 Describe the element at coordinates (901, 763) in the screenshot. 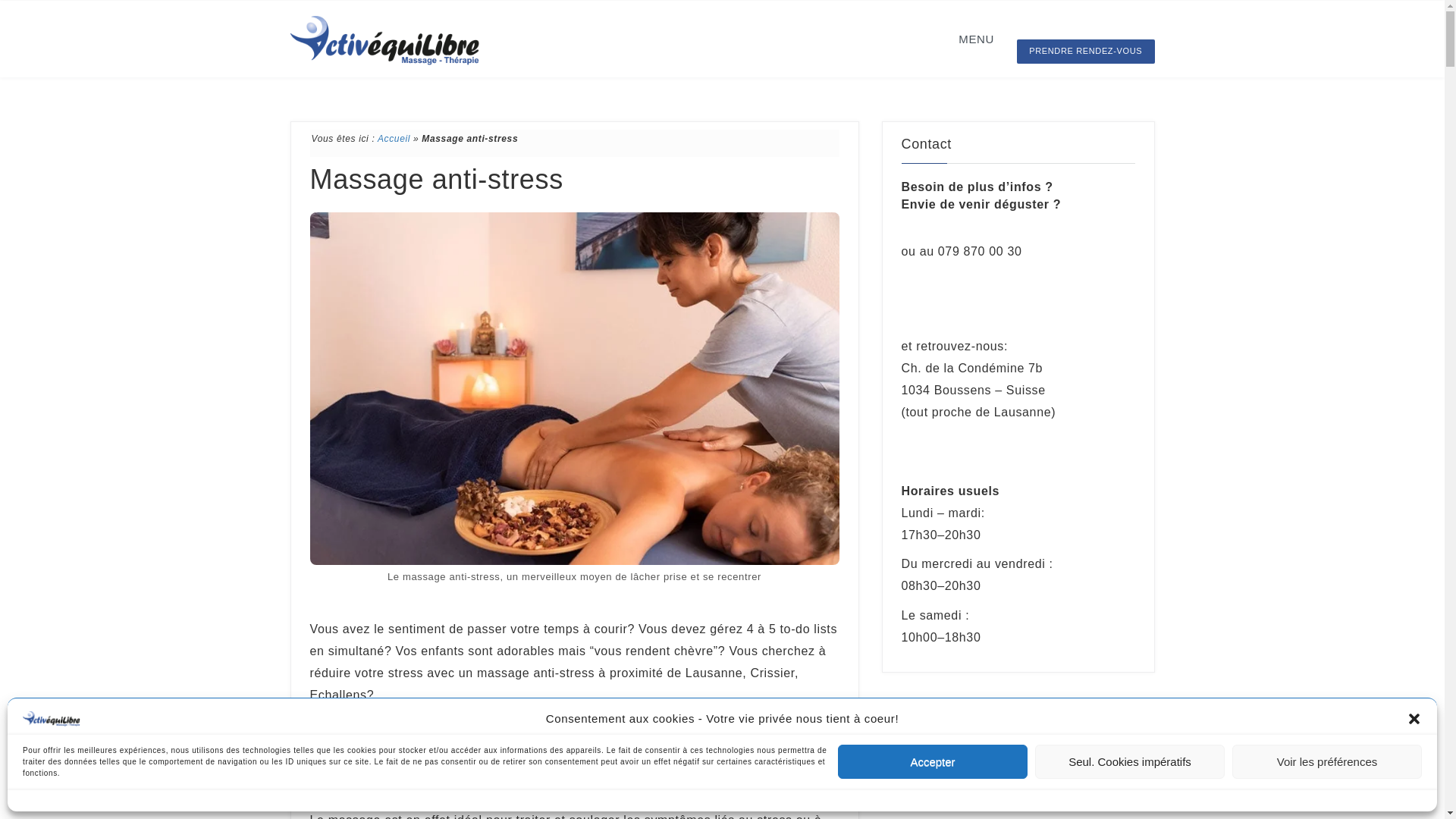

I see `'Rechercher'` at that location.